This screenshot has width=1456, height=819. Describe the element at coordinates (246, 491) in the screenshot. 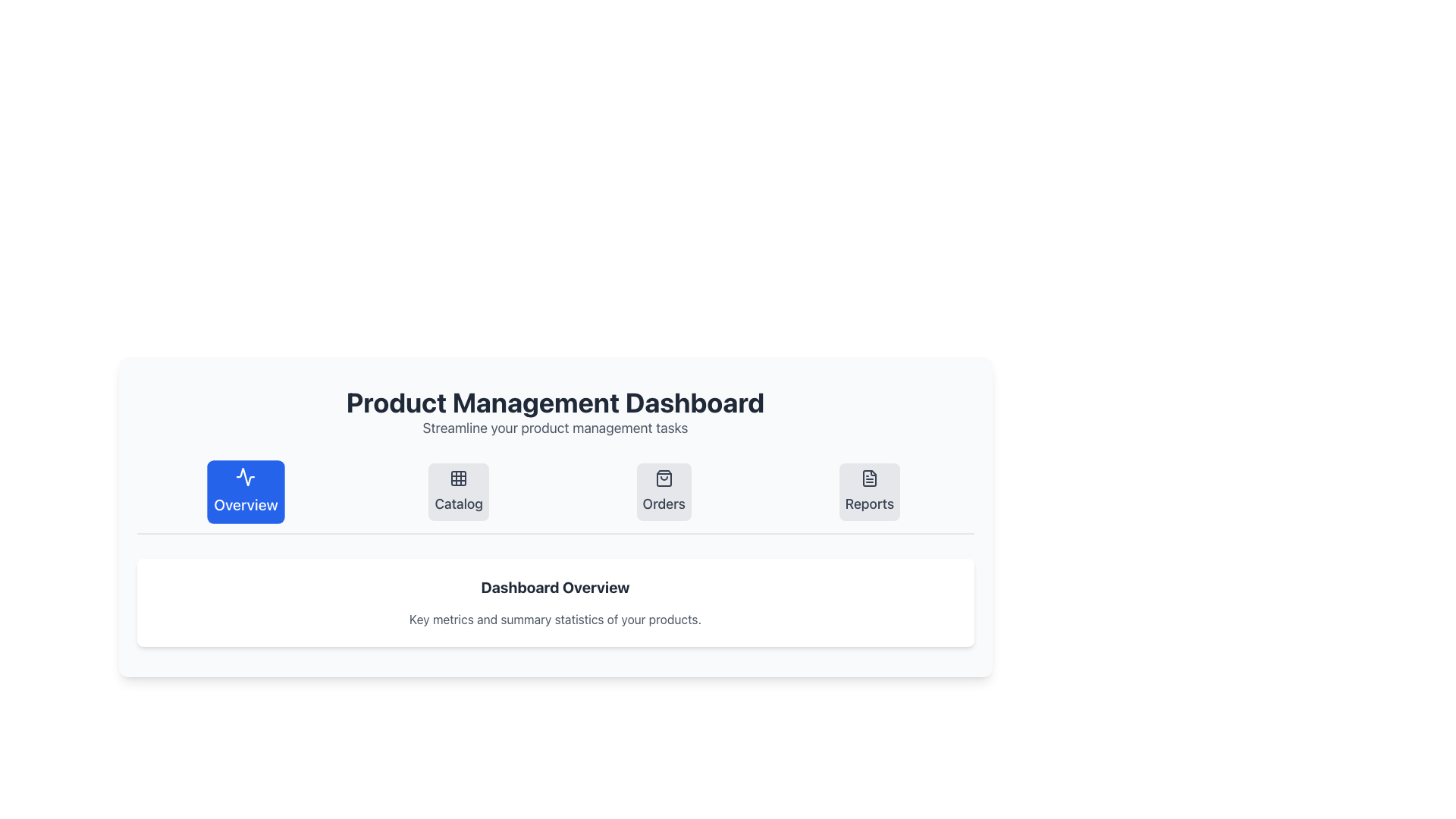

I see `the navigation button that takes the user to the 'Overview' section of the application, located at the top-left of the interface below the 'Product Management Dashboard' header` at that location.